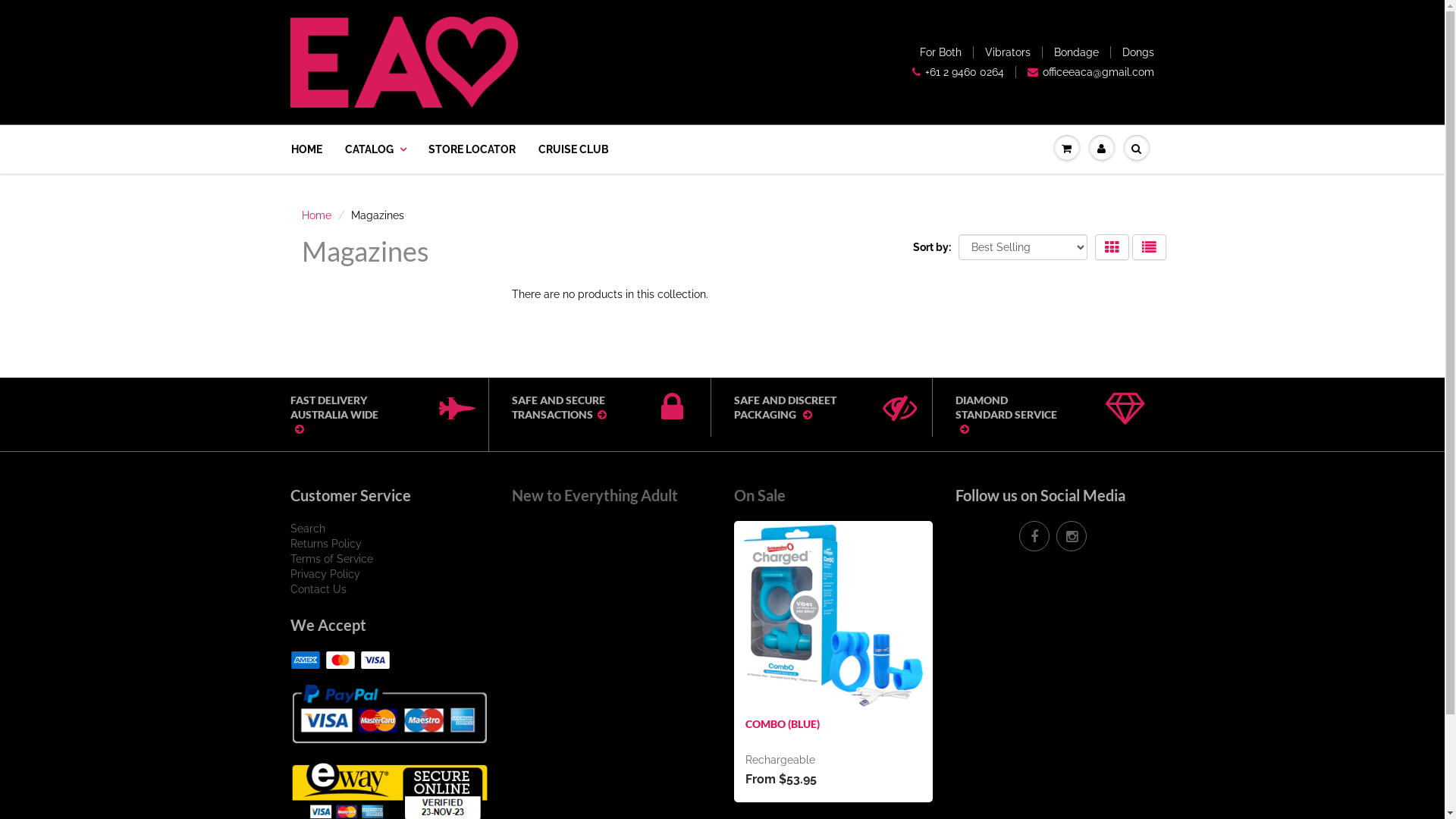 The height and width of the screenshot is (819, 1456). I want to click on 'CATALOG', so click(375, 149).